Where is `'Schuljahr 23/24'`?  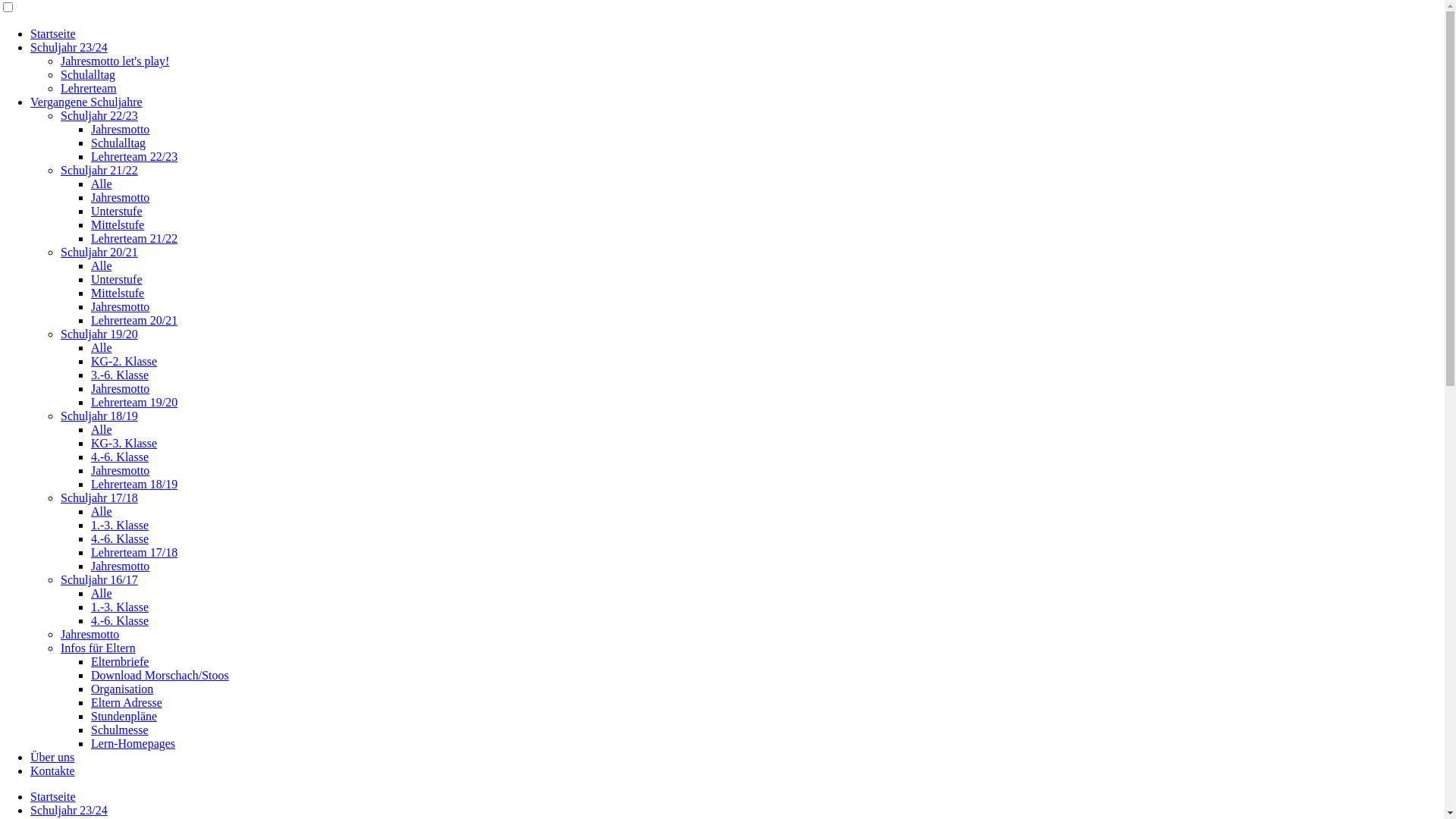 'Schuljahr 23/24' is located at coordinates (68, 809).